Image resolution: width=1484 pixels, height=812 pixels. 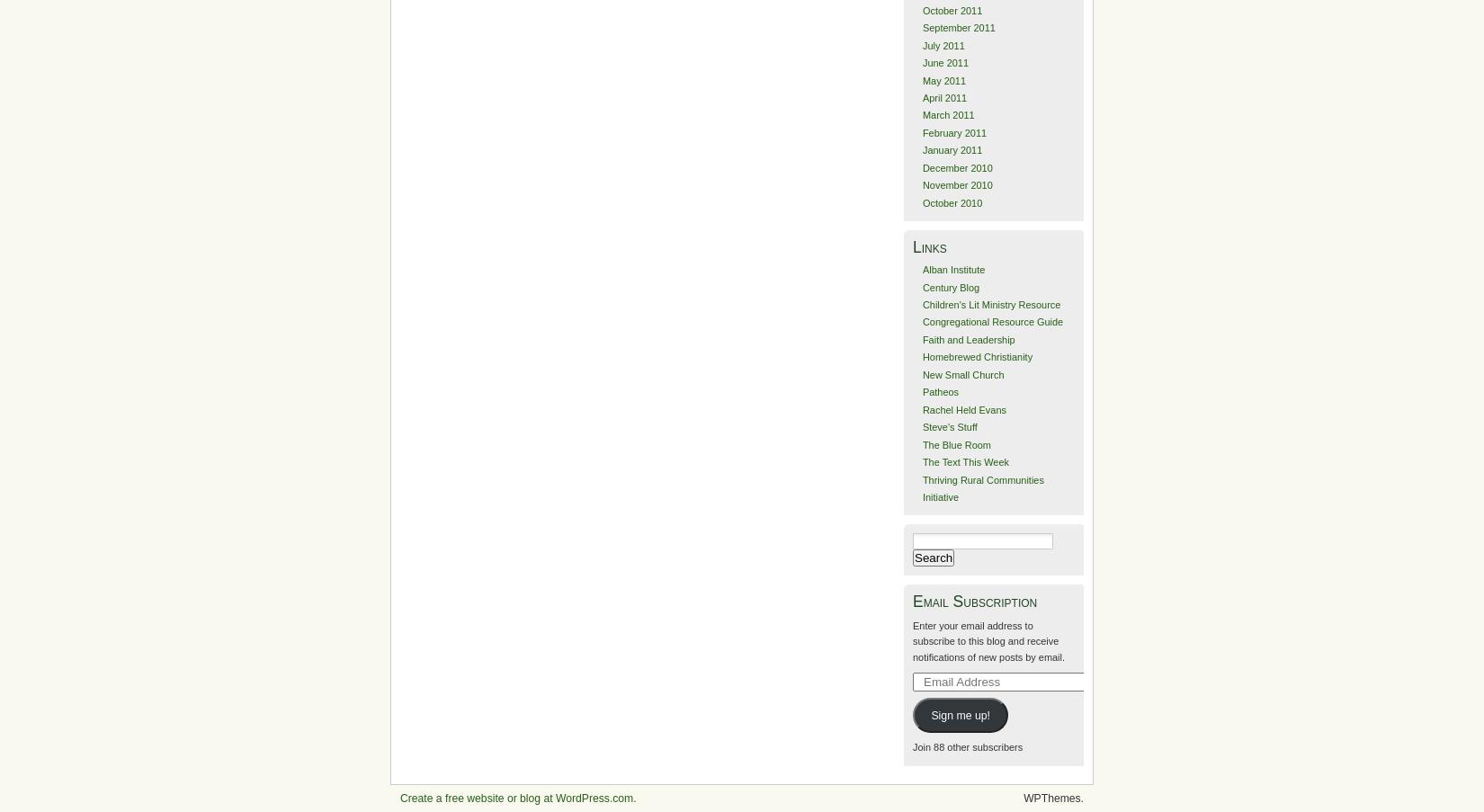 What do you see at coordinates (940, 390) in the screenshot?
I see `'Patheos'` at bounding box center [940, 390].